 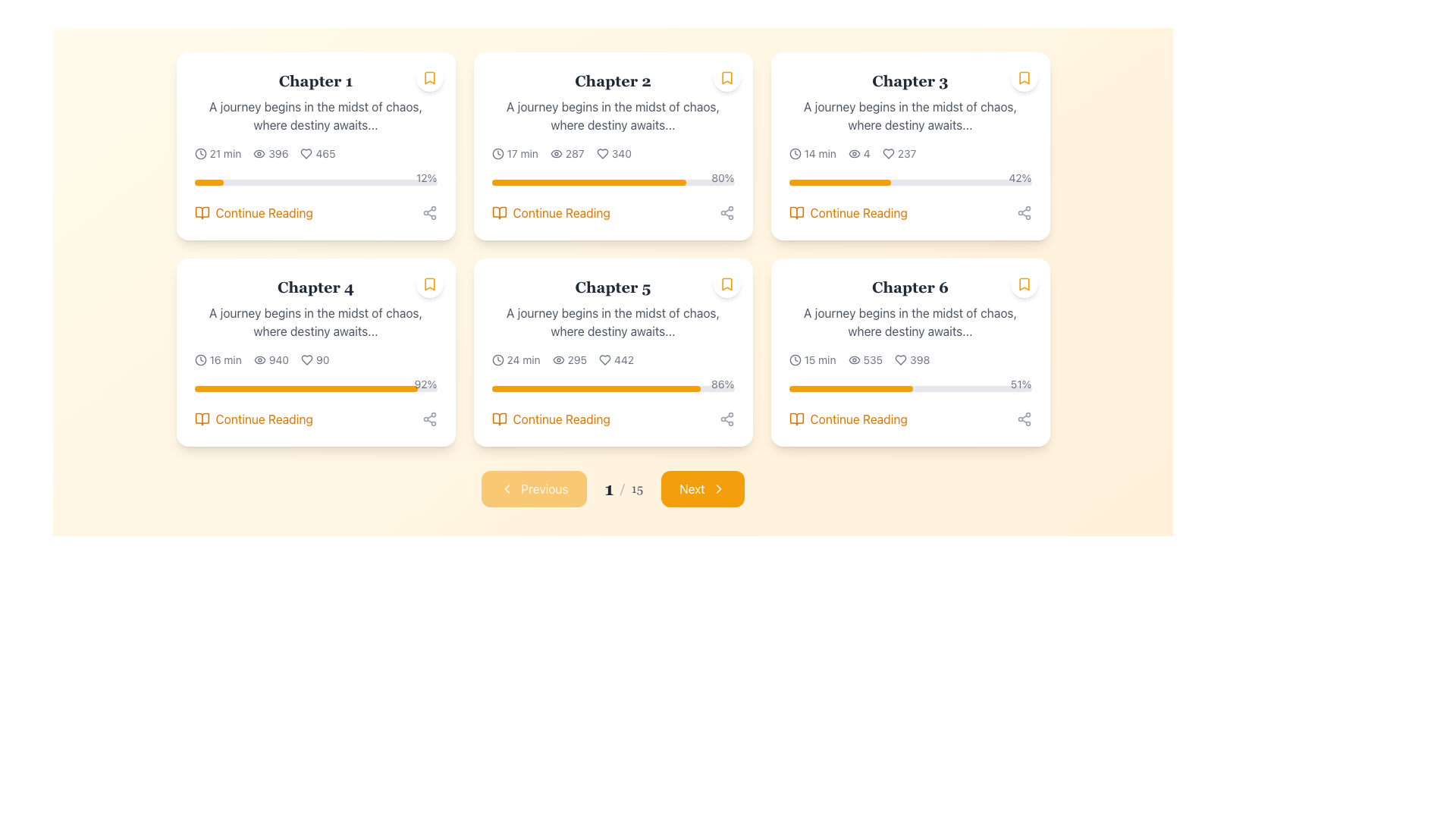 I want to click on the heart-shaped icon next to the numeric value '465' in the 'Chapter 1' panel to like or toggle its state, so click(x=306, y=154).